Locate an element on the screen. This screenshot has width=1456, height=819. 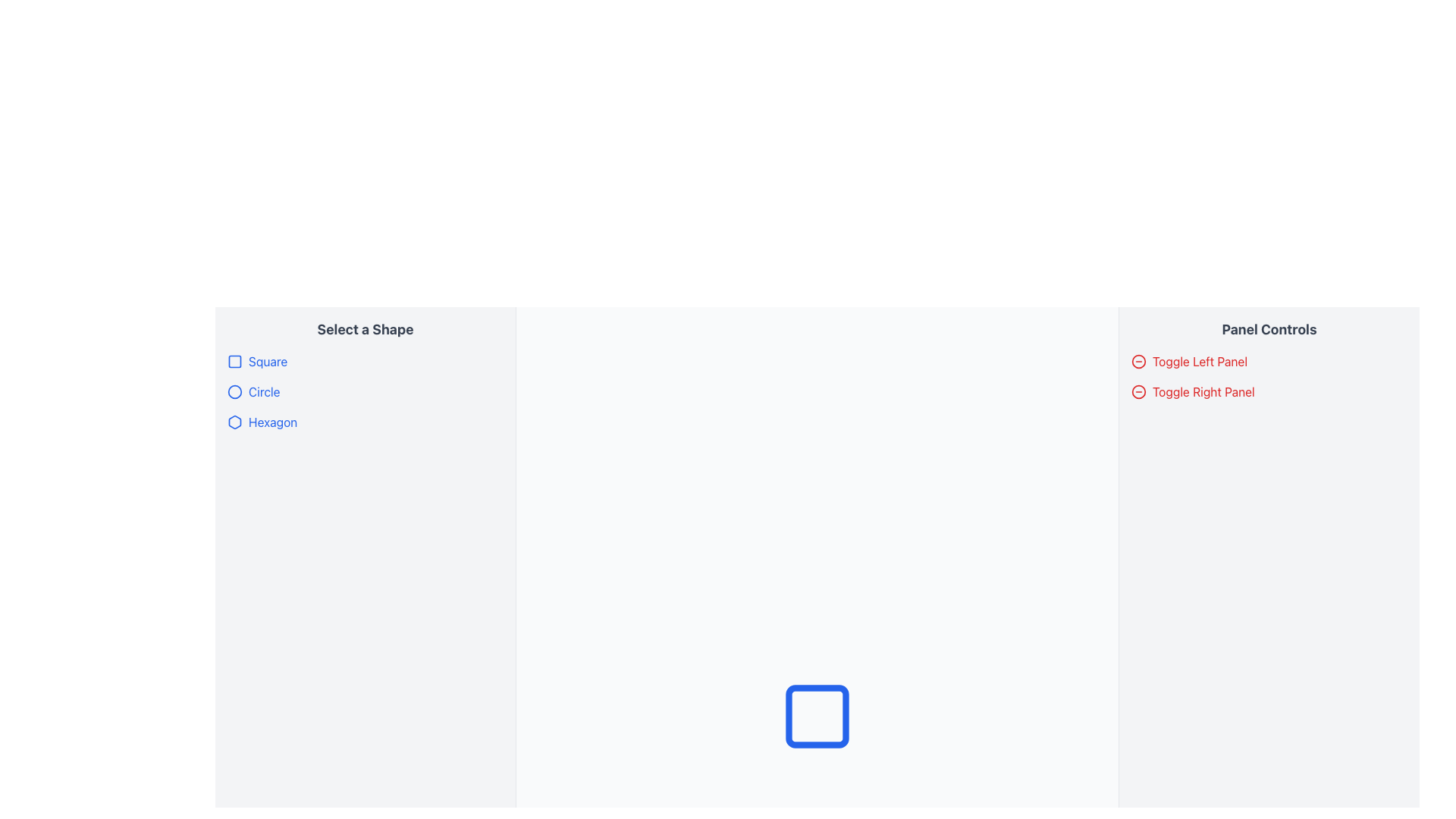
the 'Toggle Left Panel' button with a red icon is located at coordinates (1188, 362).